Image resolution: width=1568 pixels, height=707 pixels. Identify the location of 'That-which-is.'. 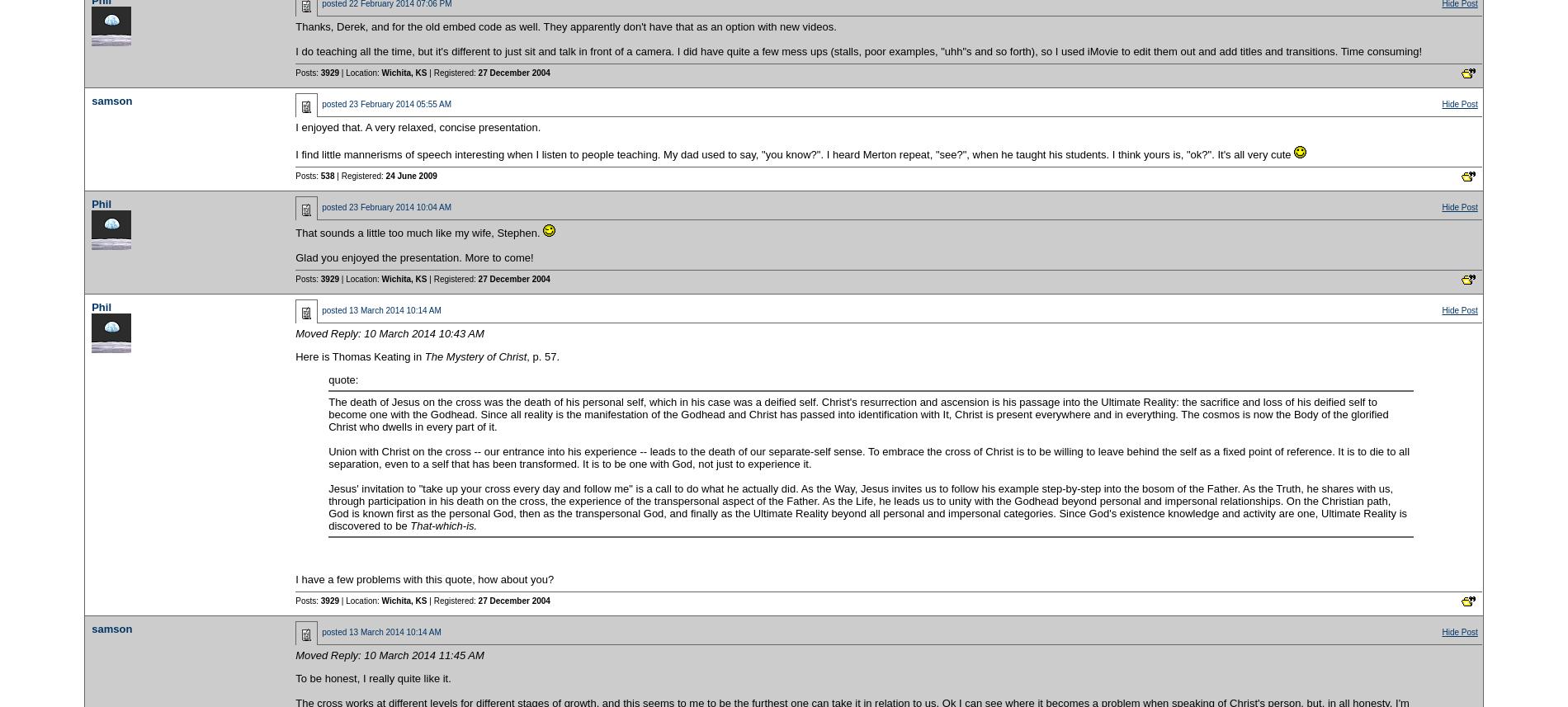
(410, 525).